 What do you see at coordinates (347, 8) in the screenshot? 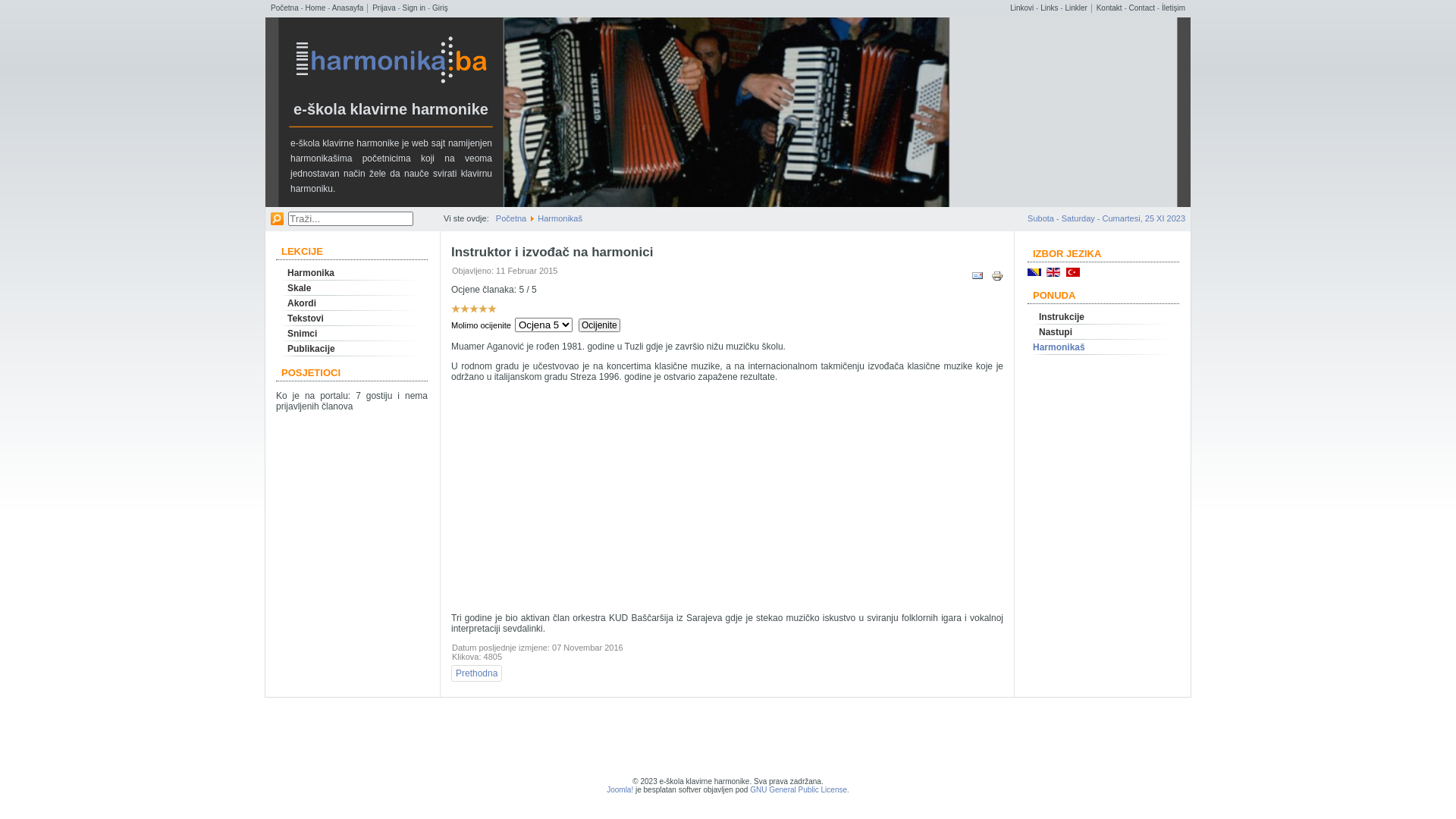
I see `'Anasayfa'` at bounding box center [347, 8].